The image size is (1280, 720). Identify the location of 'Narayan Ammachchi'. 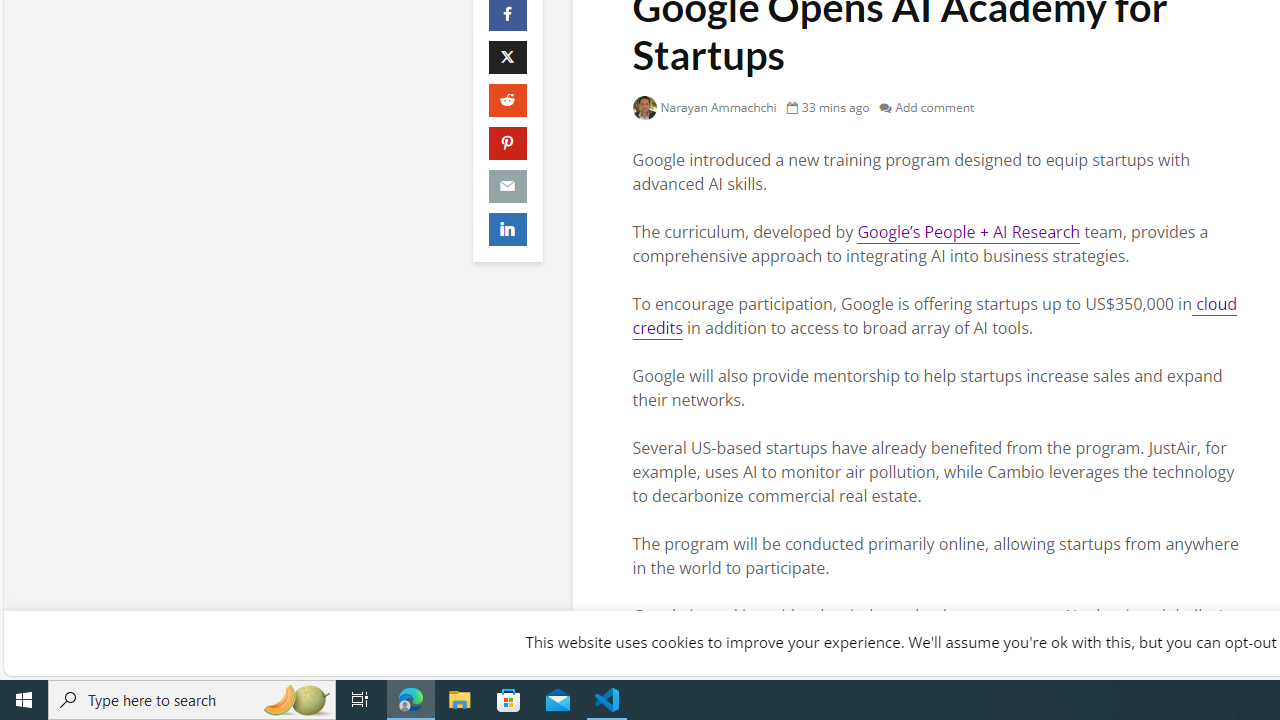
(704, 107).